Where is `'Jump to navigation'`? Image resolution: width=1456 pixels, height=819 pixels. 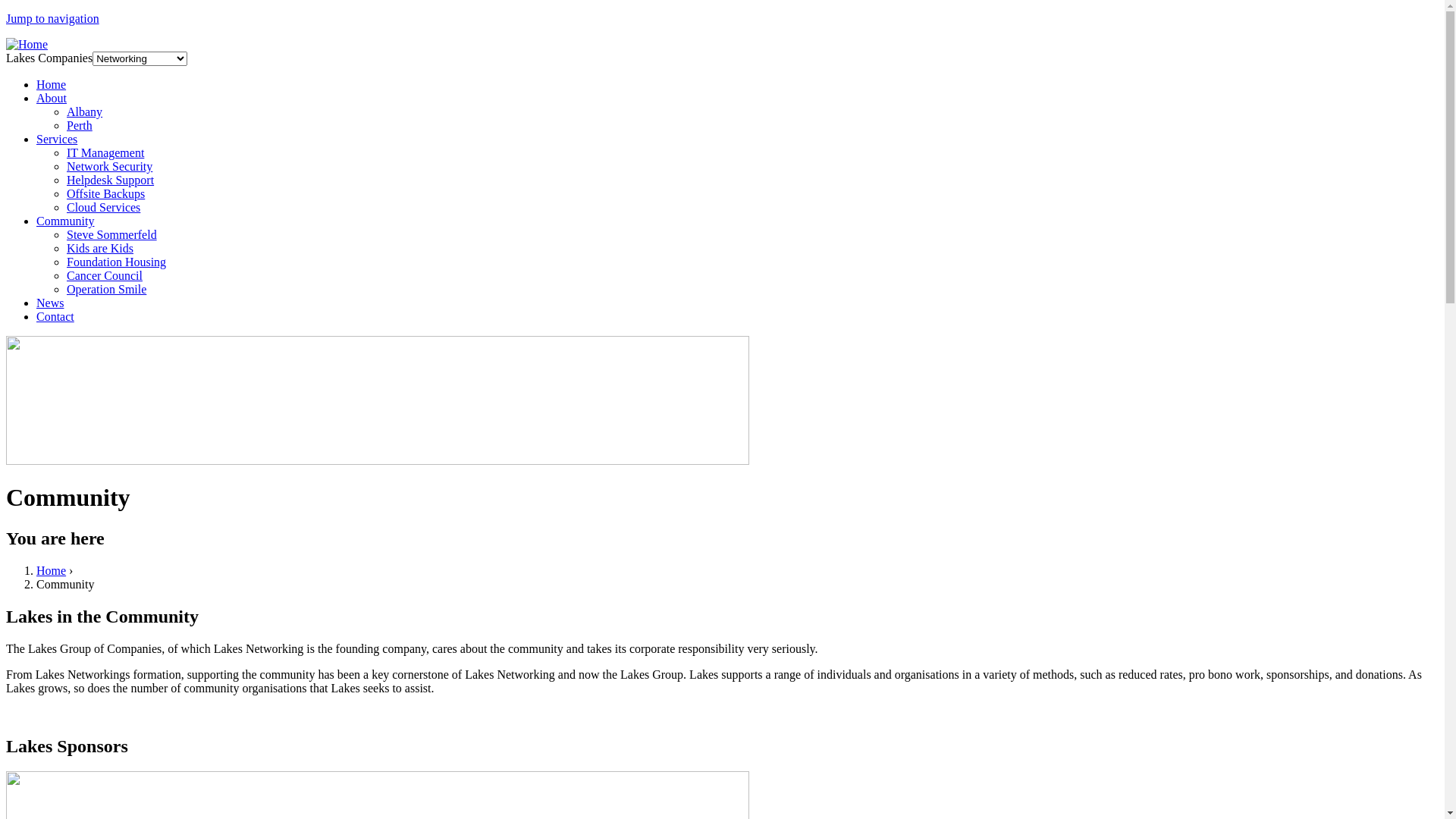 'Jump to navigation' is located at coordinates (52, 18).